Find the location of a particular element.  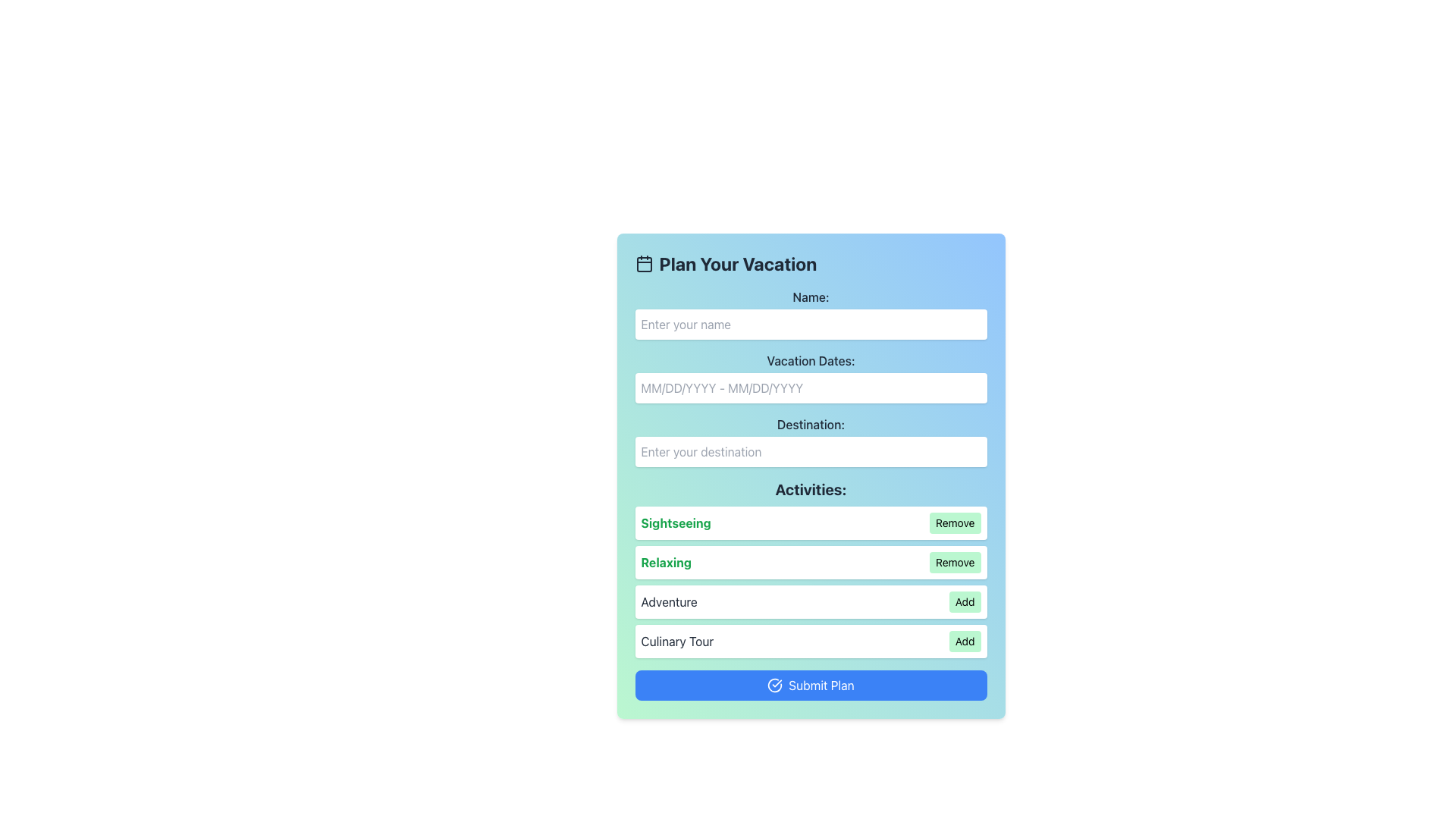

the 'Remove' button, which is styled with a small font size, a green background, and is located to the right of the 'Sightseeing' label in the Activities section is located at coordinates (954, 522).